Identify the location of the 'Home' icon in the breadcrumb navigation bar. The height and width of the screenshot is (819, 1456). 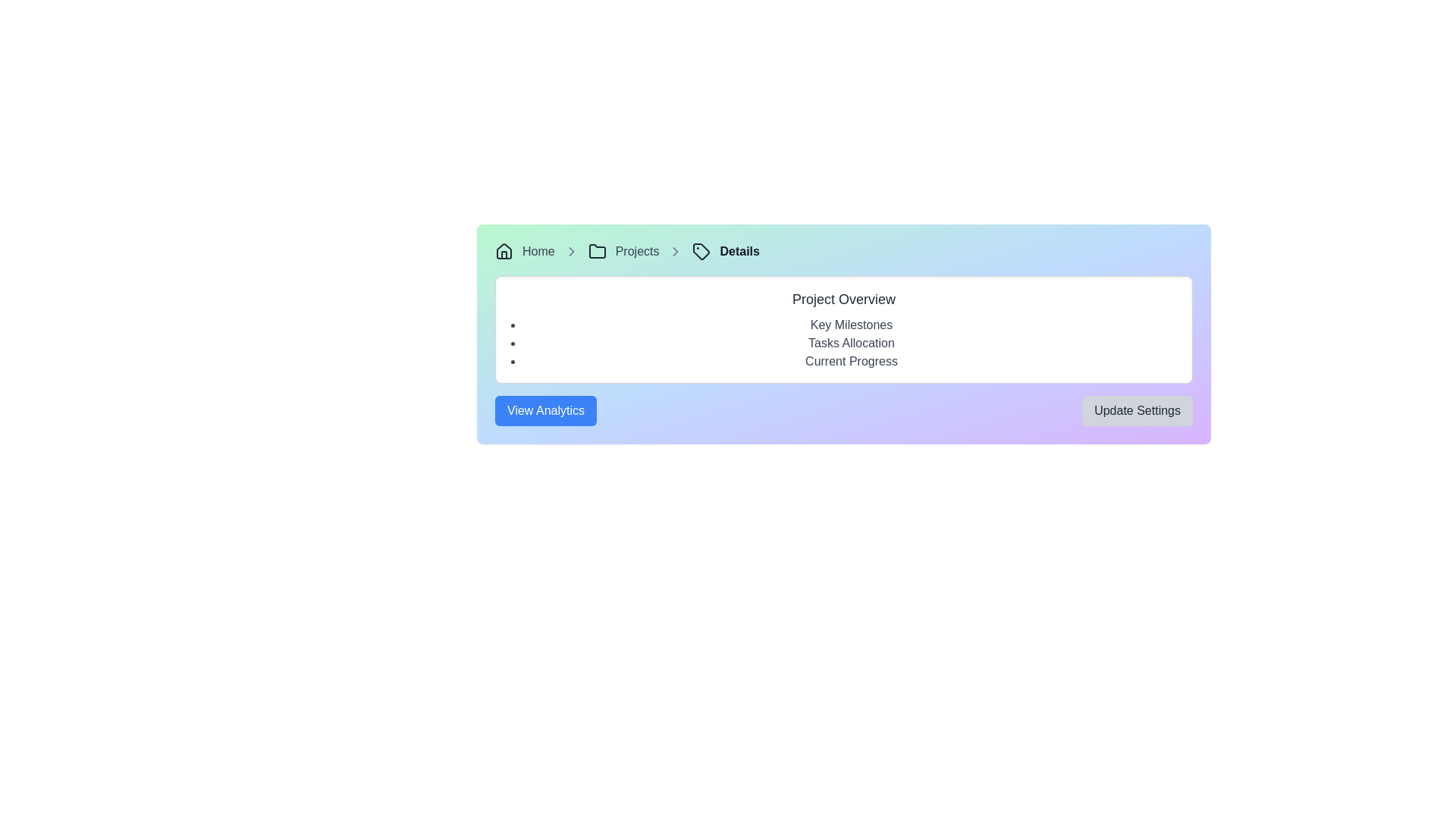
(504, 250).